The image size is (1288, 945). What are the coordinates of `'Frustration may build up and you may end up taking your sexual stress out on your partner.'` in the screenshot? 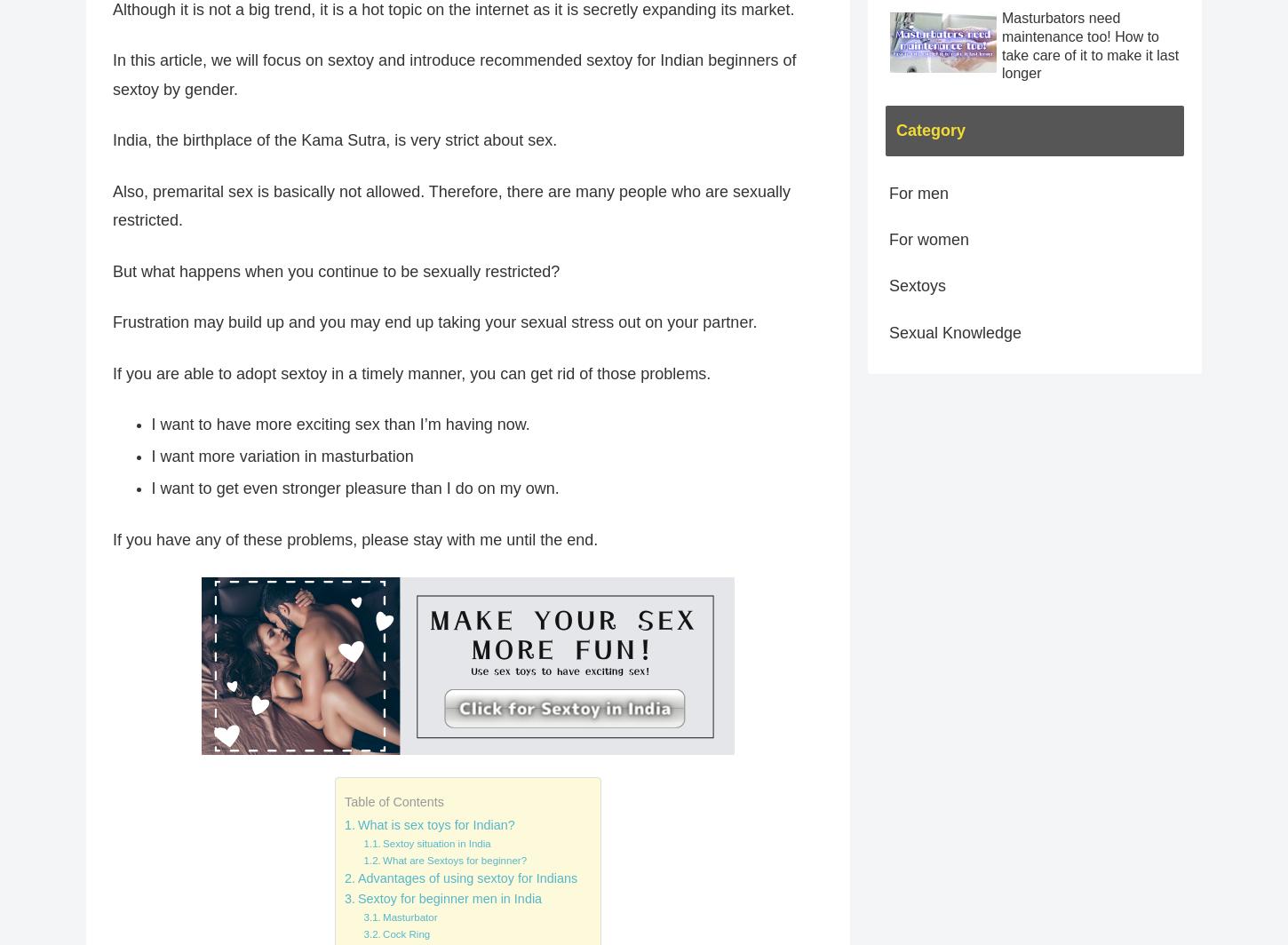 It's located at (434, 322).